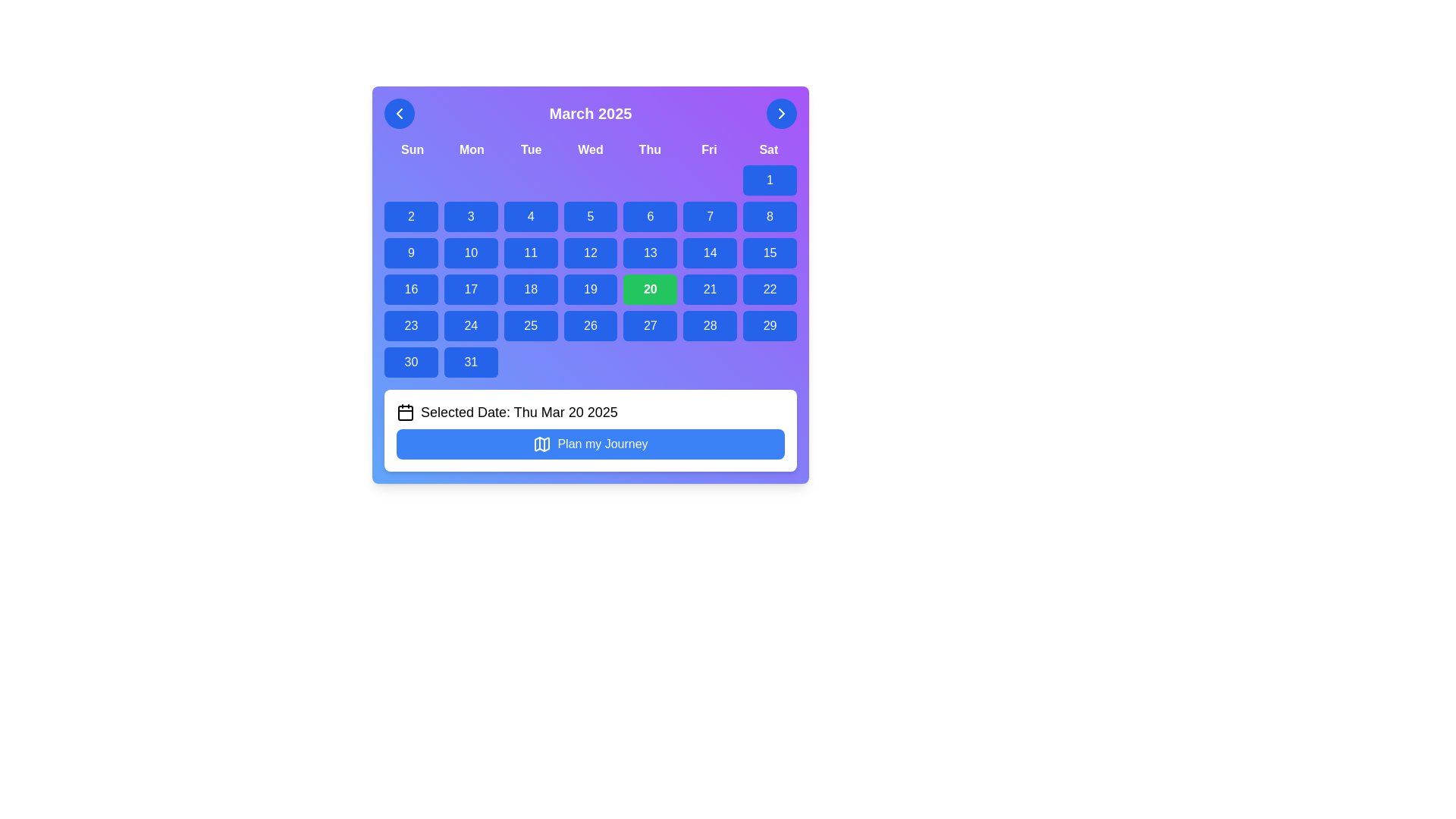  I want to click on the button labeled '2' with rounded corners and a blue background, so click(411, 216).